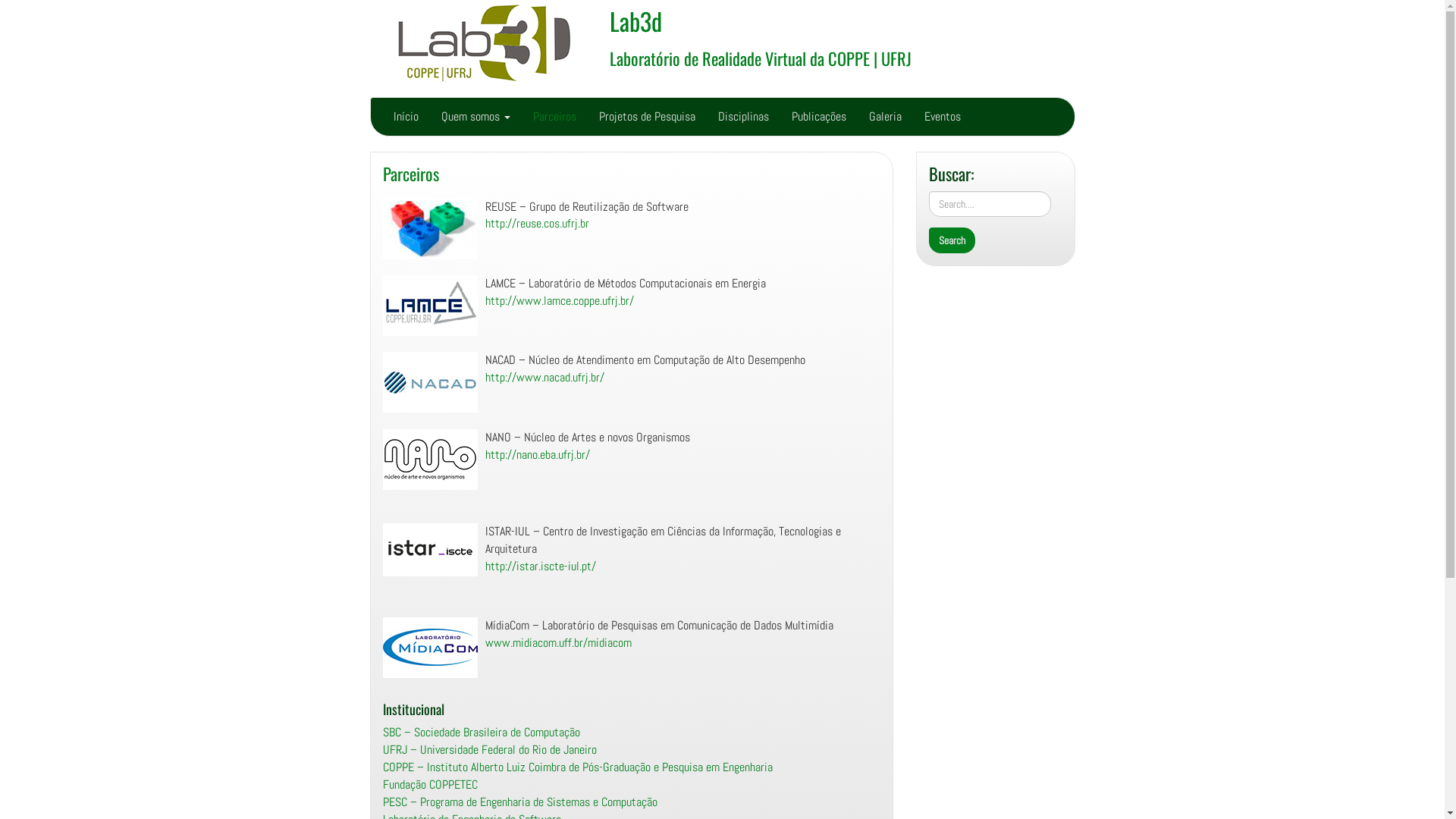 This screenshot has height=819, width=1456. Describe the element at coordinates (554, 116) in the screenshot. I see `'Parceiros'` at that location.